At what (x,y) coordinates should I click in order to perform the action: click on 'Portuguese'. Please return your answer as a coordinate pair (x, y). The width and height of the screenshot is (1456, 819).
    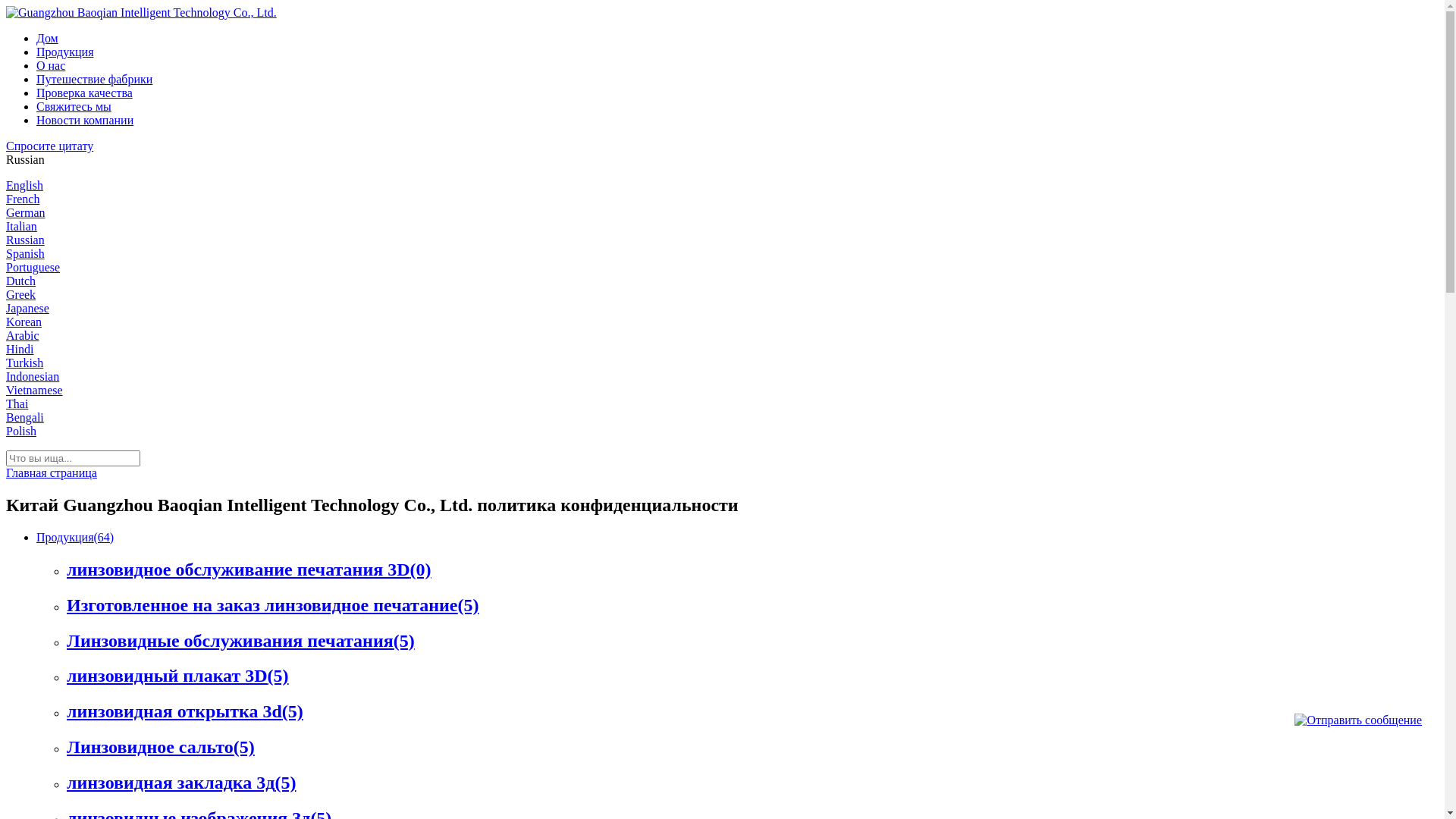
    Looking at the image, I should click on (33, 266).